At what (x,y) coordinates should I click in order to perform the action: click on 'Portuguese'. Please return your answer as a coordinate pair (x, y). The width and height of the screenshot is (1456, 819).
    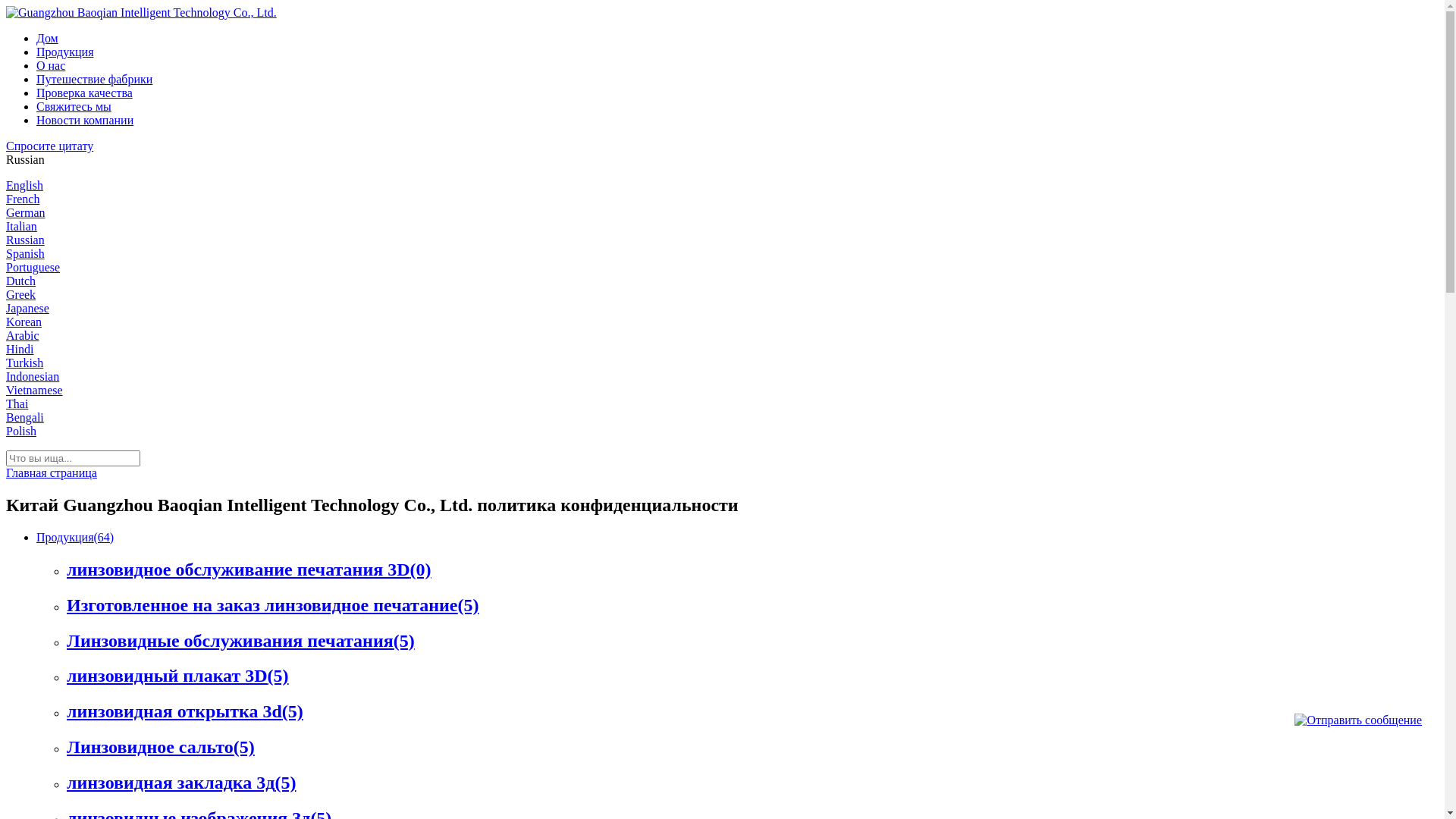
    Looking at the image, I should click on (33, 266).